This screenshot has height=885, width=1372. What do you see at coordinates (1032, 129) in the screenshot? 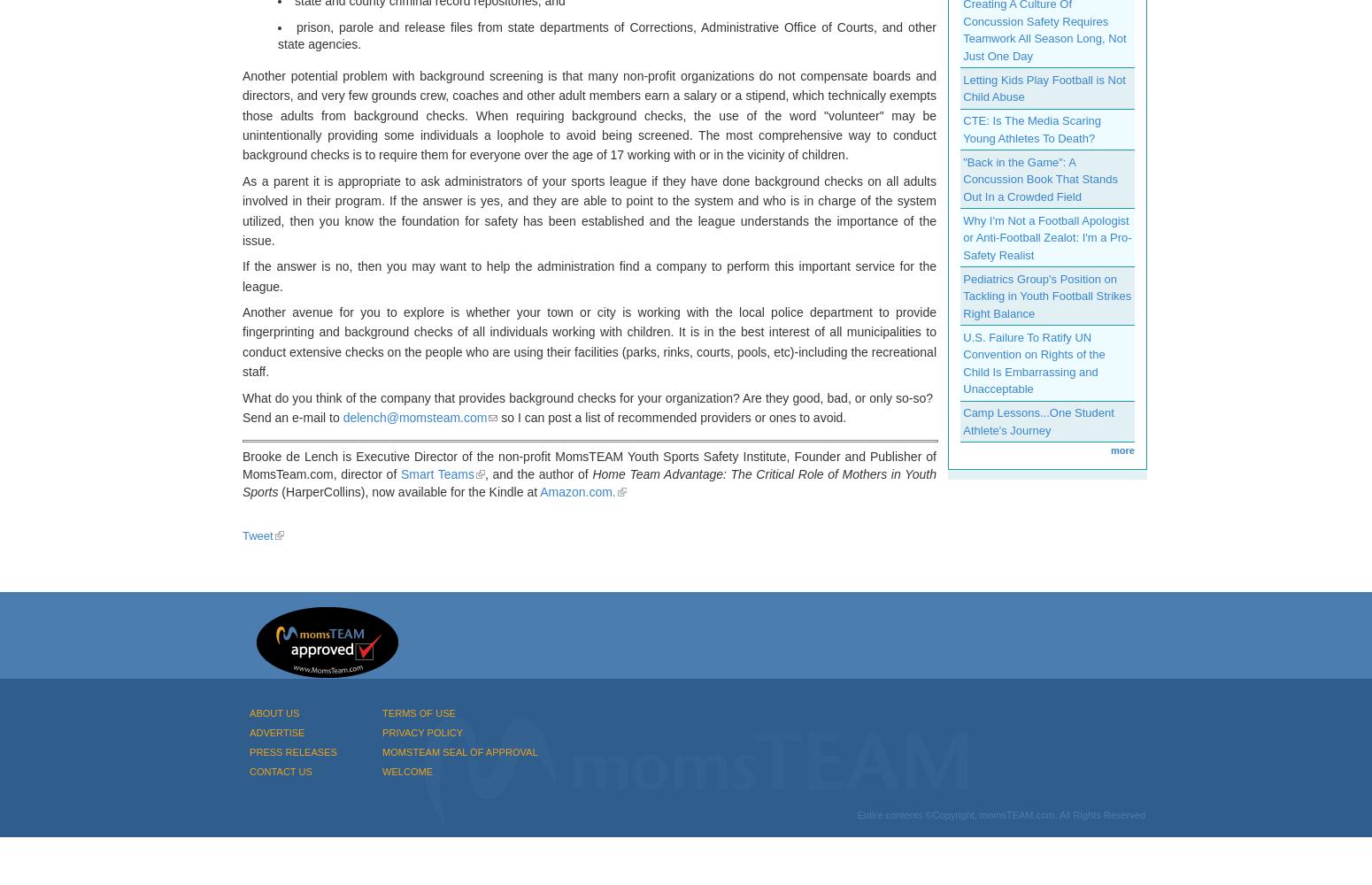
I see `'CTE: Is The Media Scaring Young Athletes To Death?'` at bounding box center [1032, 129].